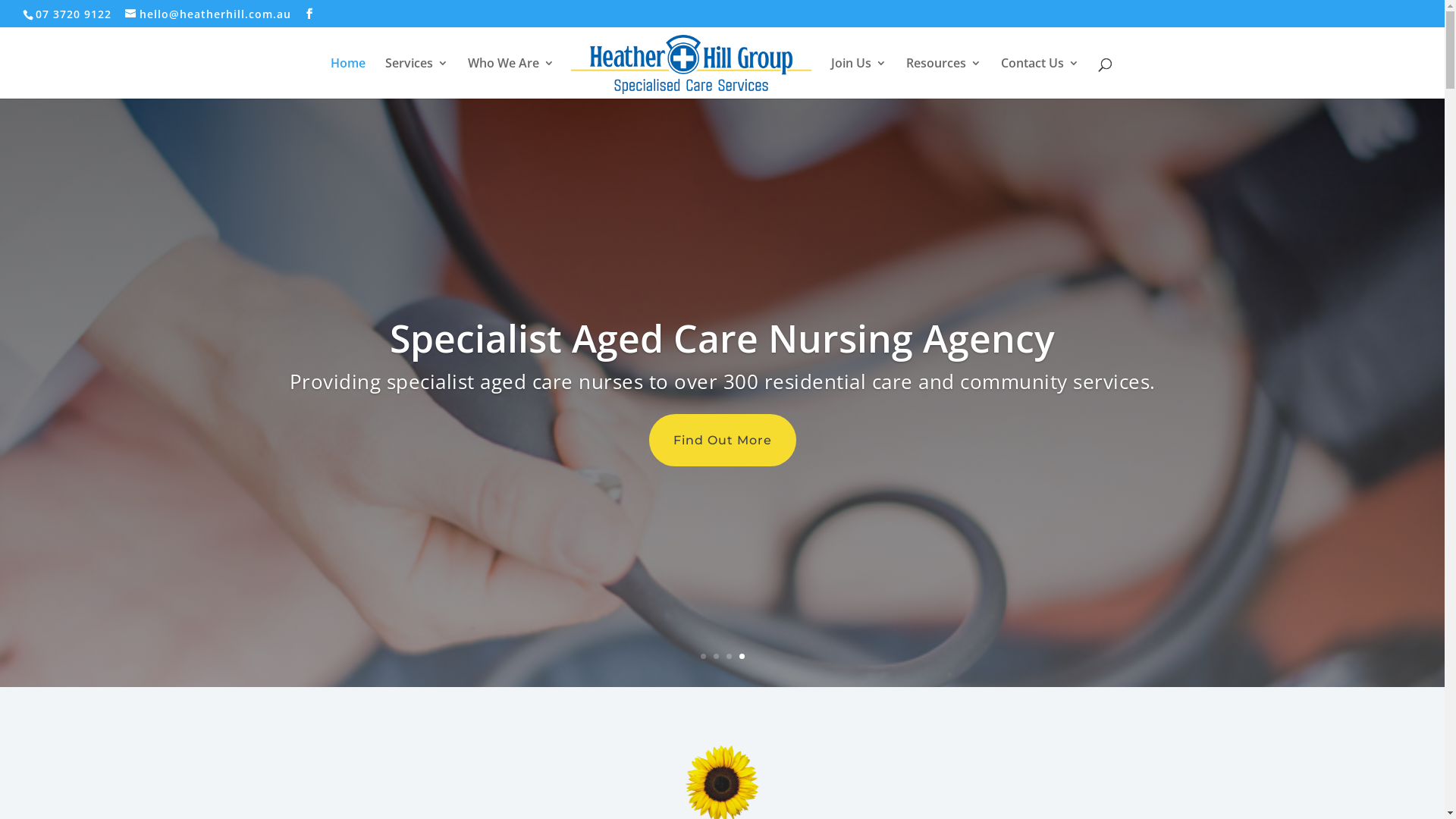 This screenshot has height=819, width=1456. Describe the element at coordinates (741, 655) in the screenshot. I see `'4'` at that location.